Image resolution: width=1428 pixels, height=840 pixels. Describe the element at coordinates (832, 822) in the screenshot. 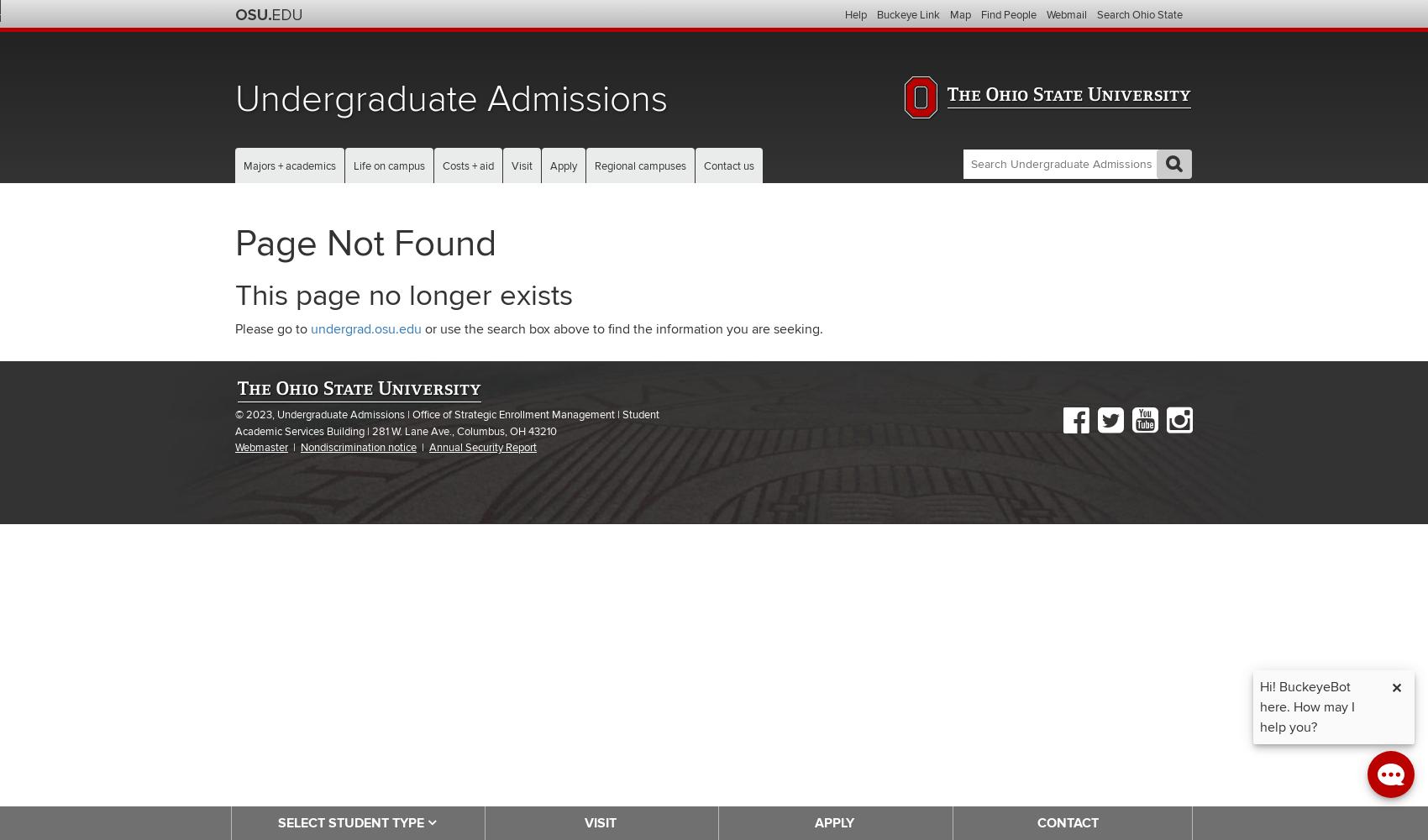

I see `'APPLY'` at that location.